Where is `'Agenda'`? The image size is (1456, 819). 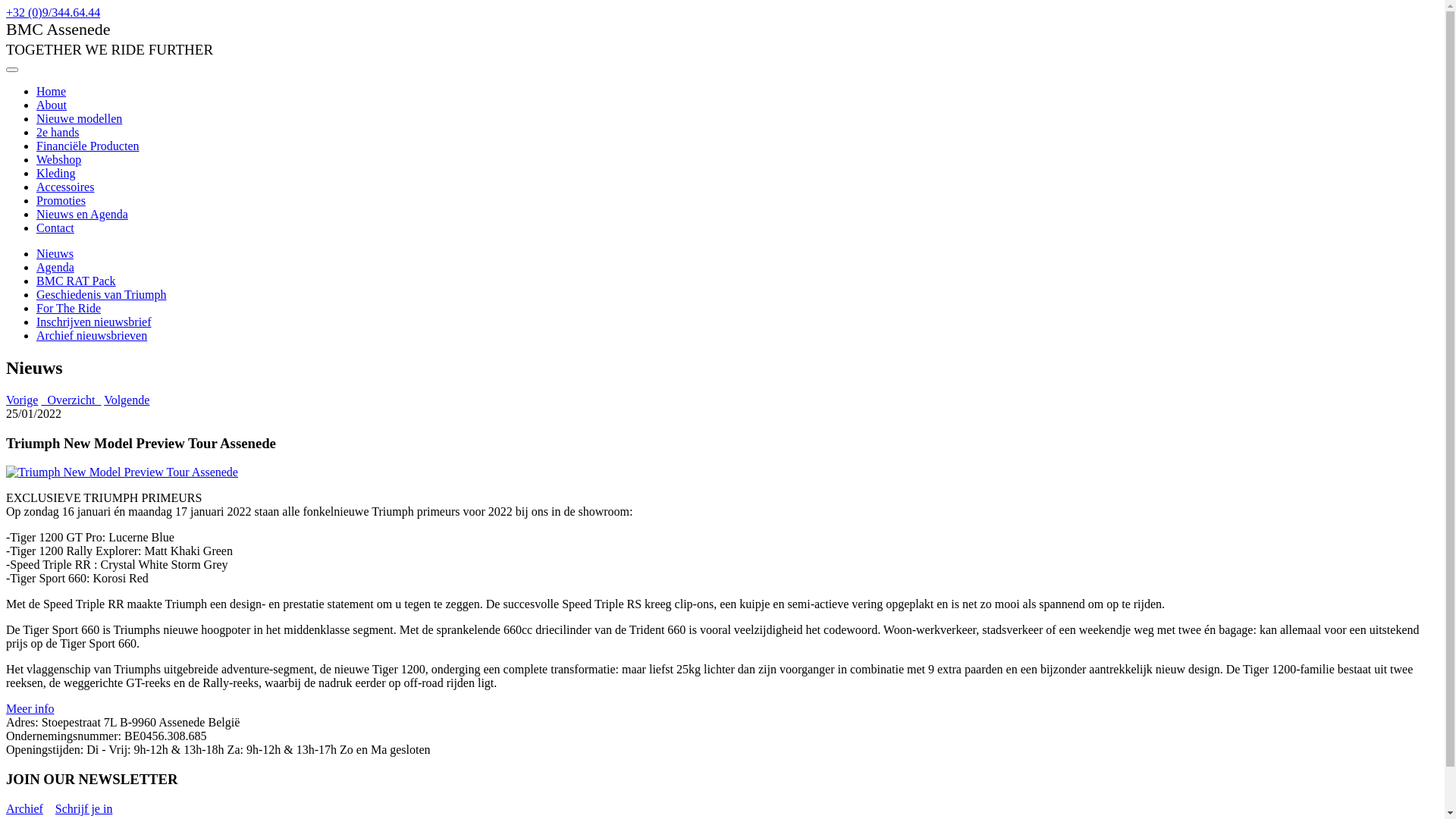
'Agenda' is located at coordinates (55, 266).